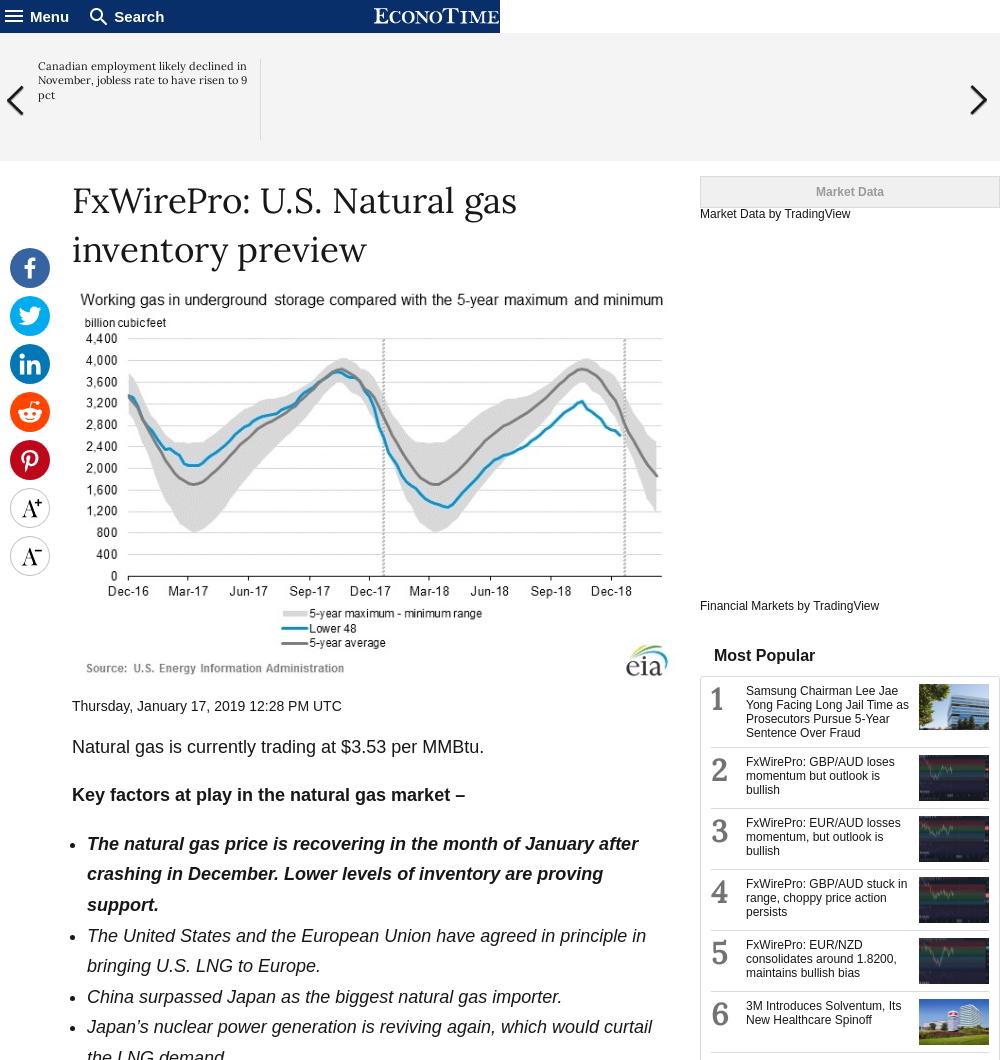 This screenshot has height=1060, width=1000. What do you see at coordinates (746, 606) in the screenshot?
I see `'Financial Markets'` at bounding box center [746, 606].